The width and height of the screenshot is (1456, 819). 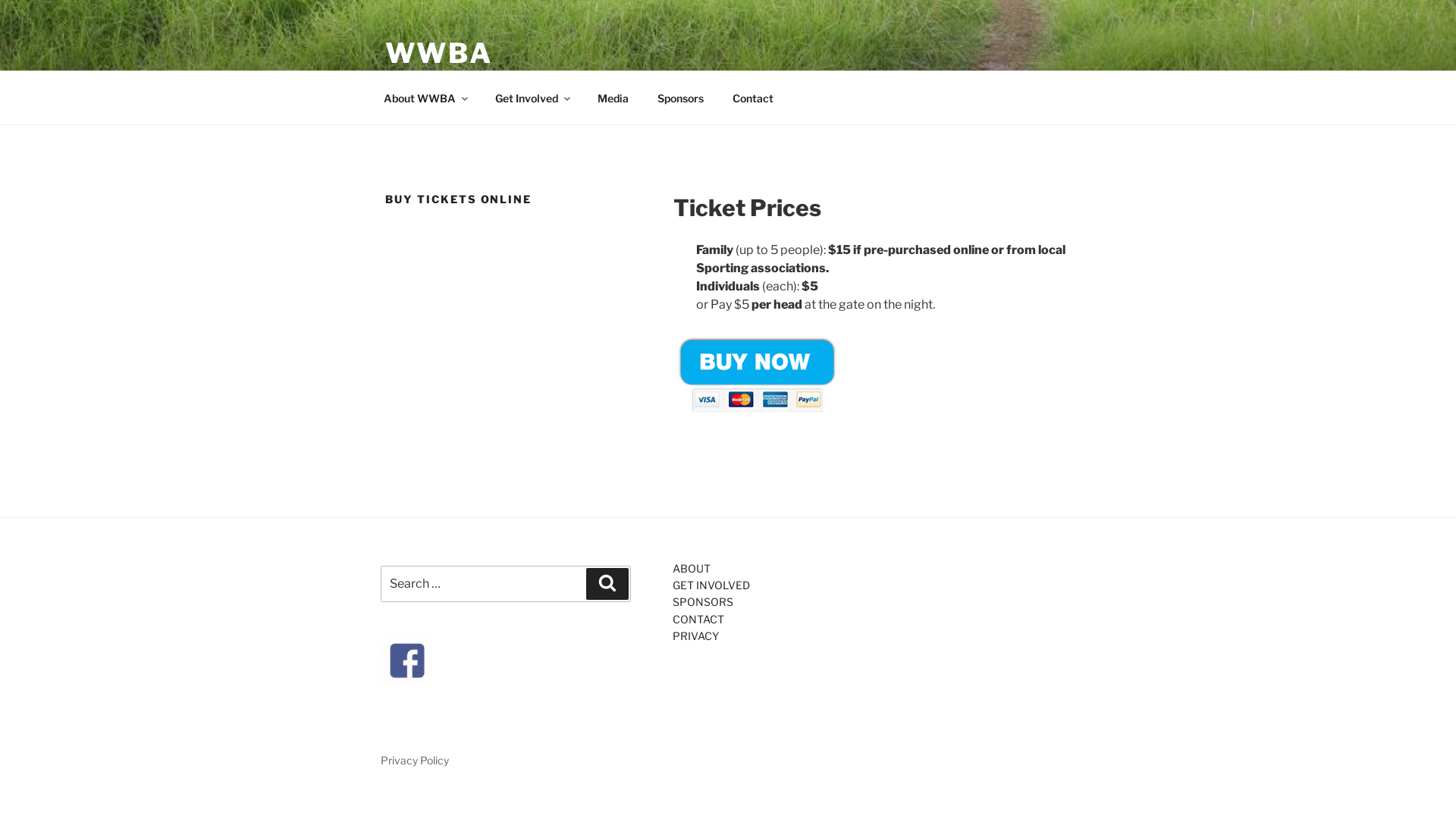 What do you see at coordinates (531, 97) in the screenshot?
I see `'Get Involved'` at bounding box center [531, 97].